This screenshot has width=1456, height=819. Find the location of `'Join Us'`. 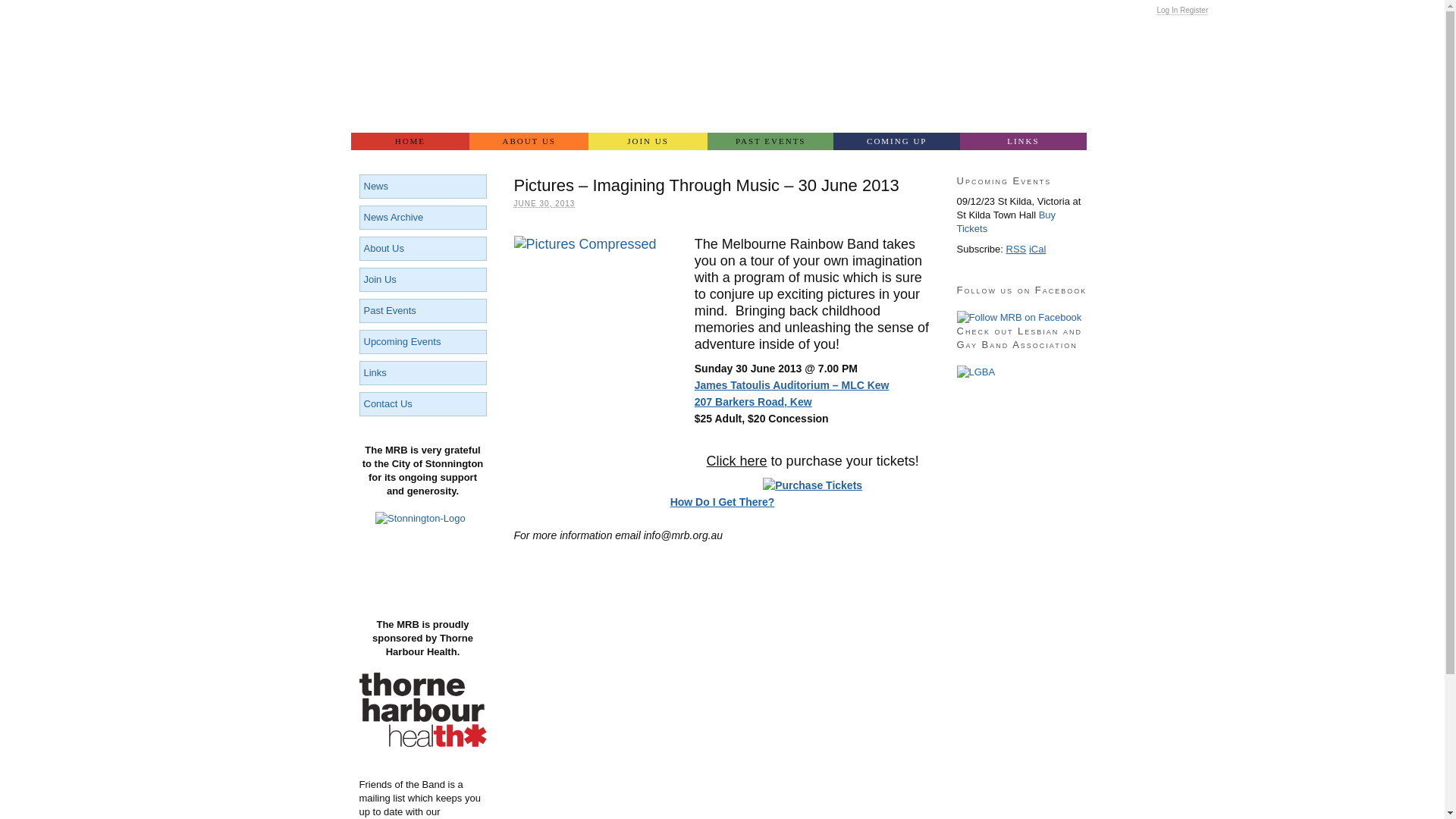

'Join Us' is located at coordinates (380, 279).